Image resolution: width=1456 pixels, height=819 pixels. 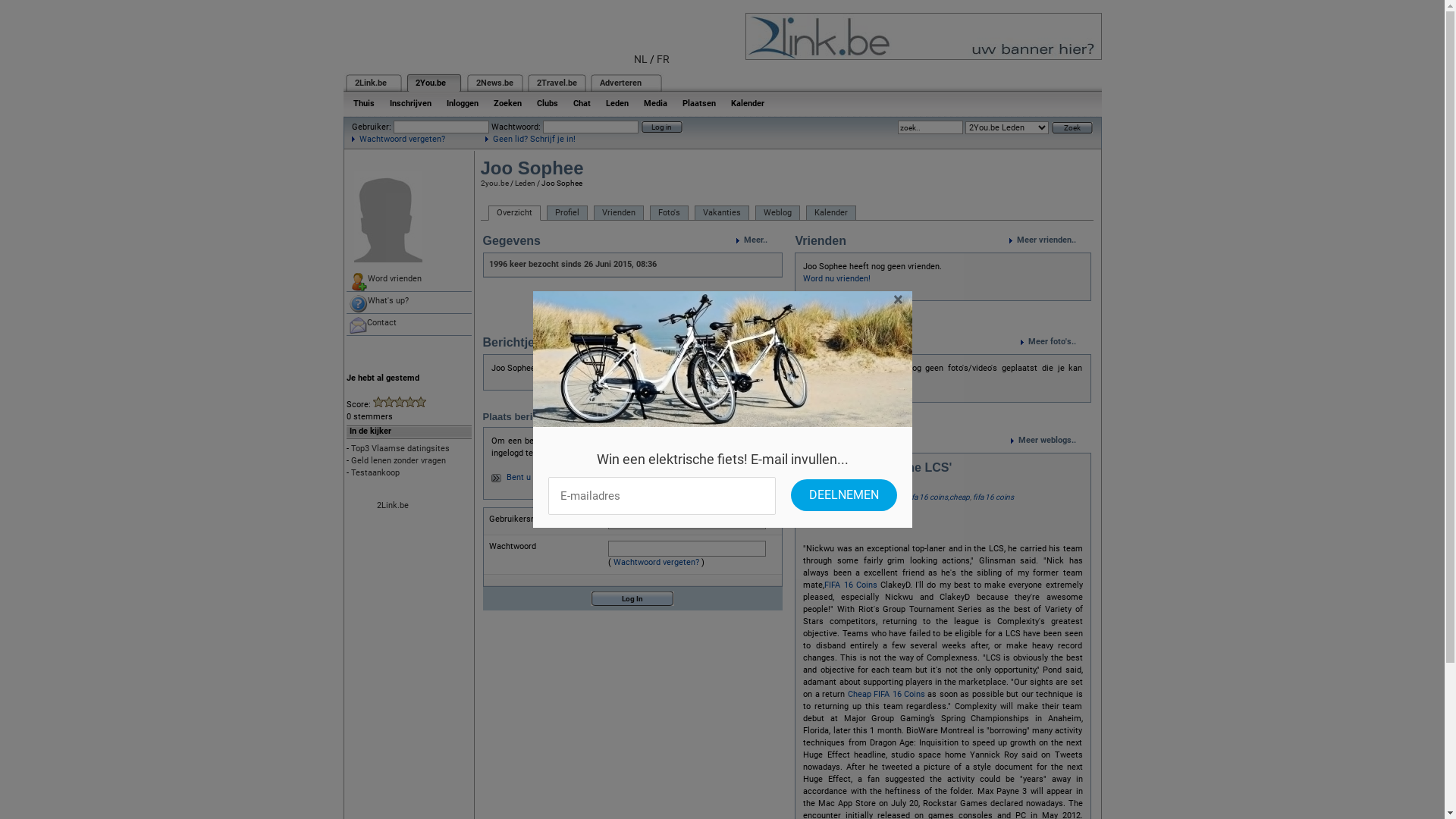 What do you see at coordinates (514, 213) in the screenshot?
I see `'Overzicht'` at bounding box center [514, 213].